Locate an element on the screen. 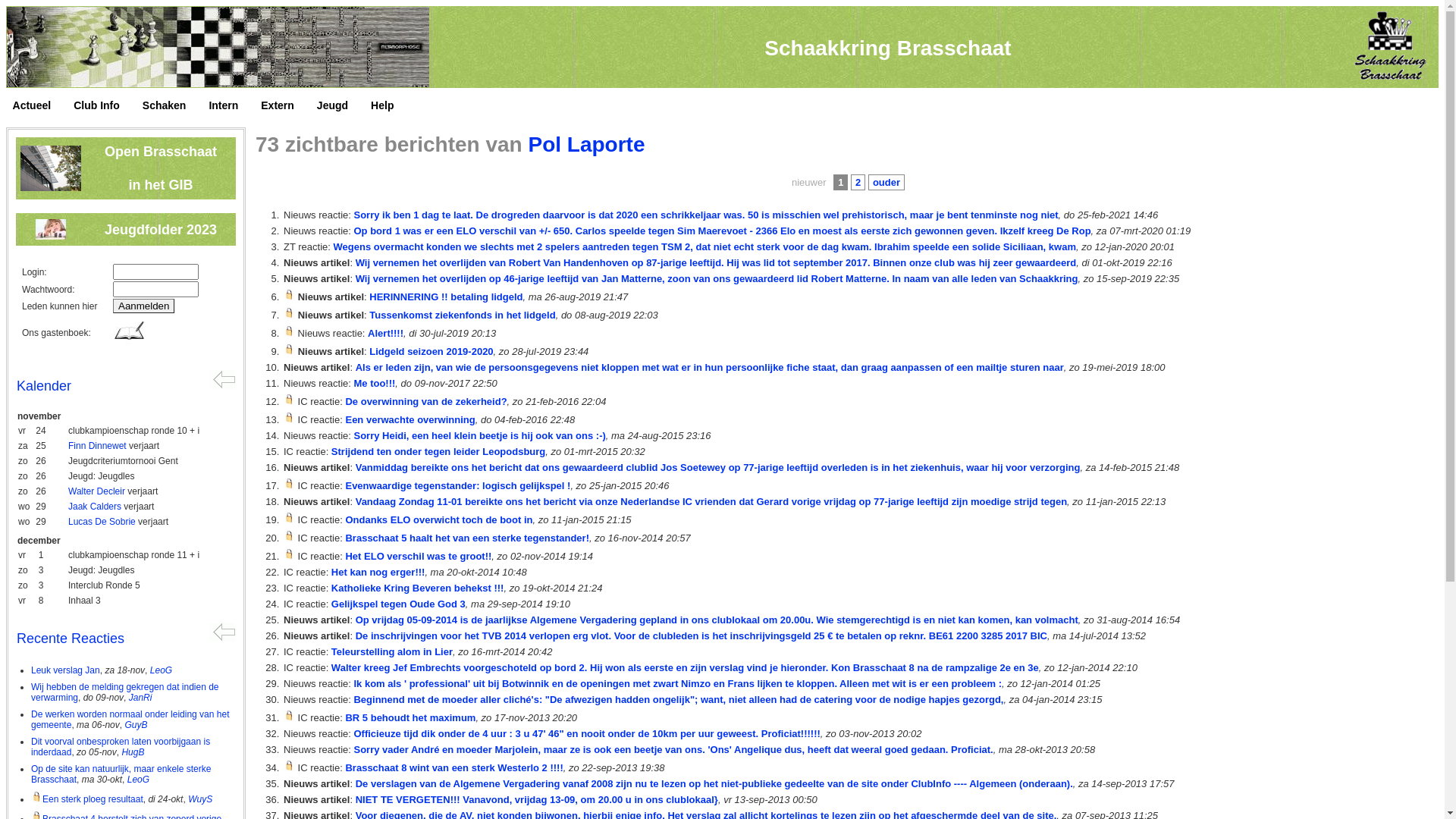 This screenshot has height=819, width=1456. 'HERINNERING !! betaling lidgeld' is located at coordinates (445, 297).